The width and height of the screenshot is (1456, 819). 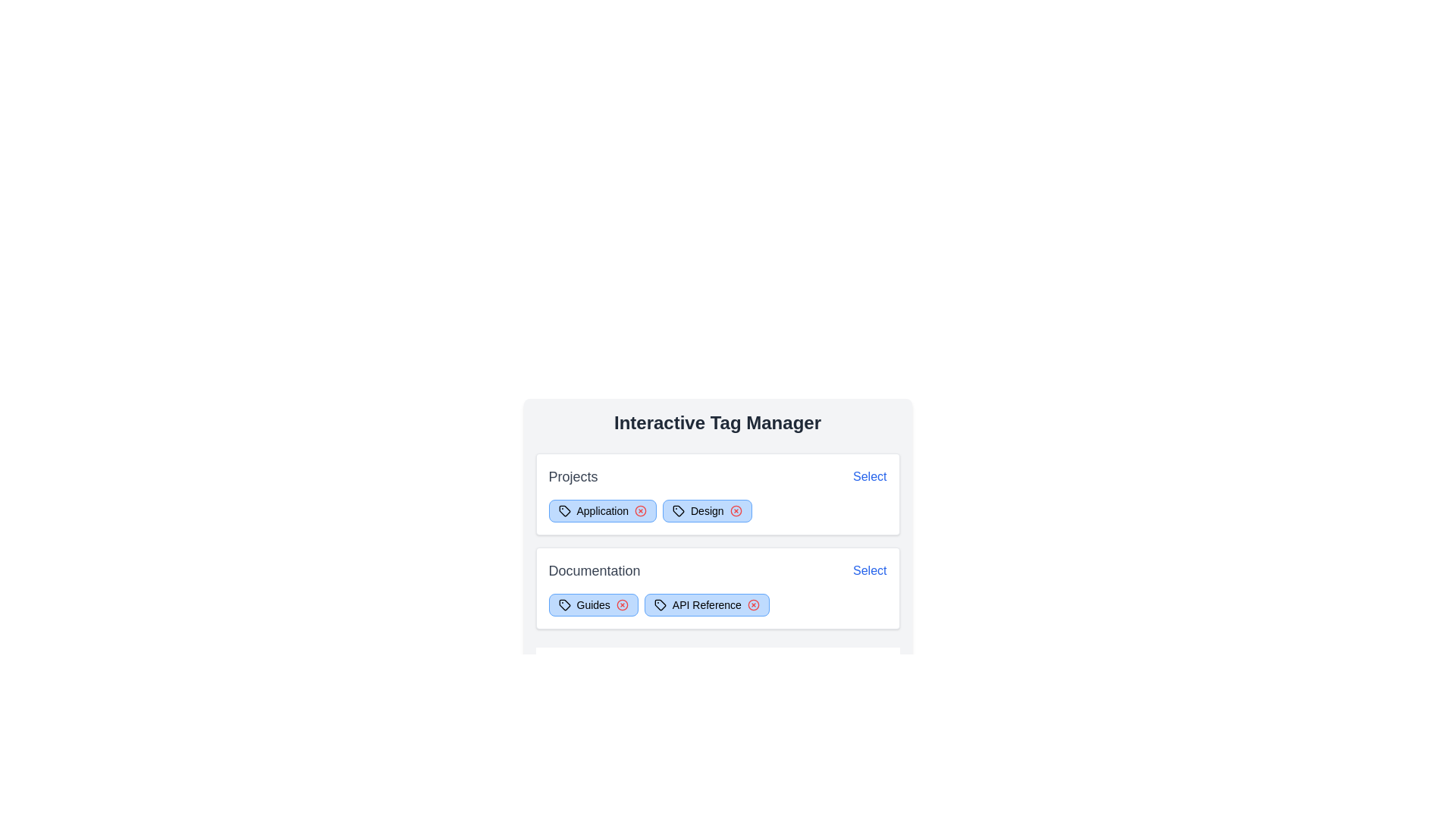 What do you see at coordinates (622, 604) in the screenshot?
I see `the close icon representing the functionality of removing the 'Guides' tag located in the 'Documentation' section of the interface` at bounding box center [622, 604].